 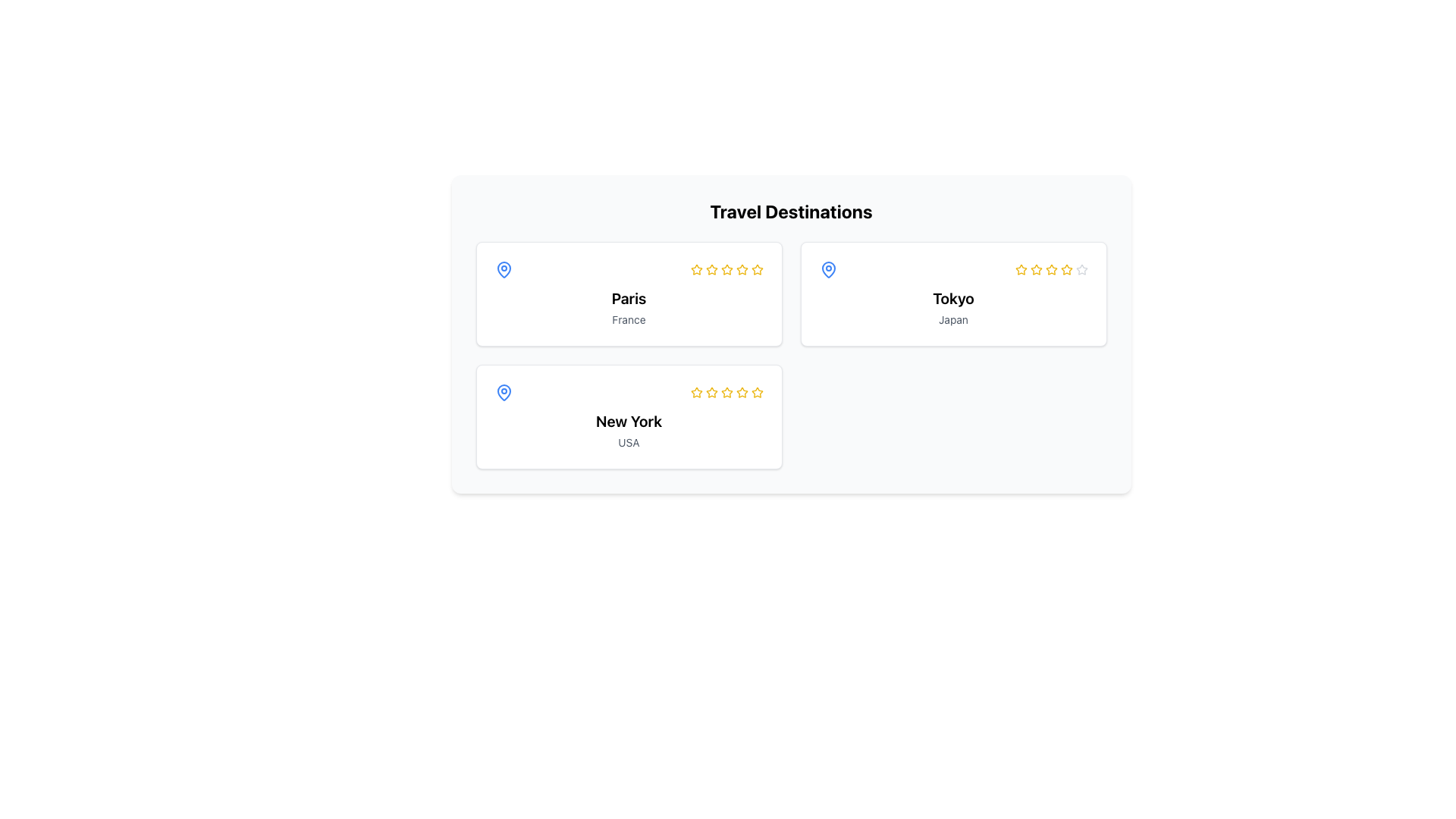 What do you see at coordinates (629, 298) in the screenshot?
I see `the 'Paris' title text in the first destination card, which is centrally aligned above the subtitle 'France'` at bounding box center [629, 298].